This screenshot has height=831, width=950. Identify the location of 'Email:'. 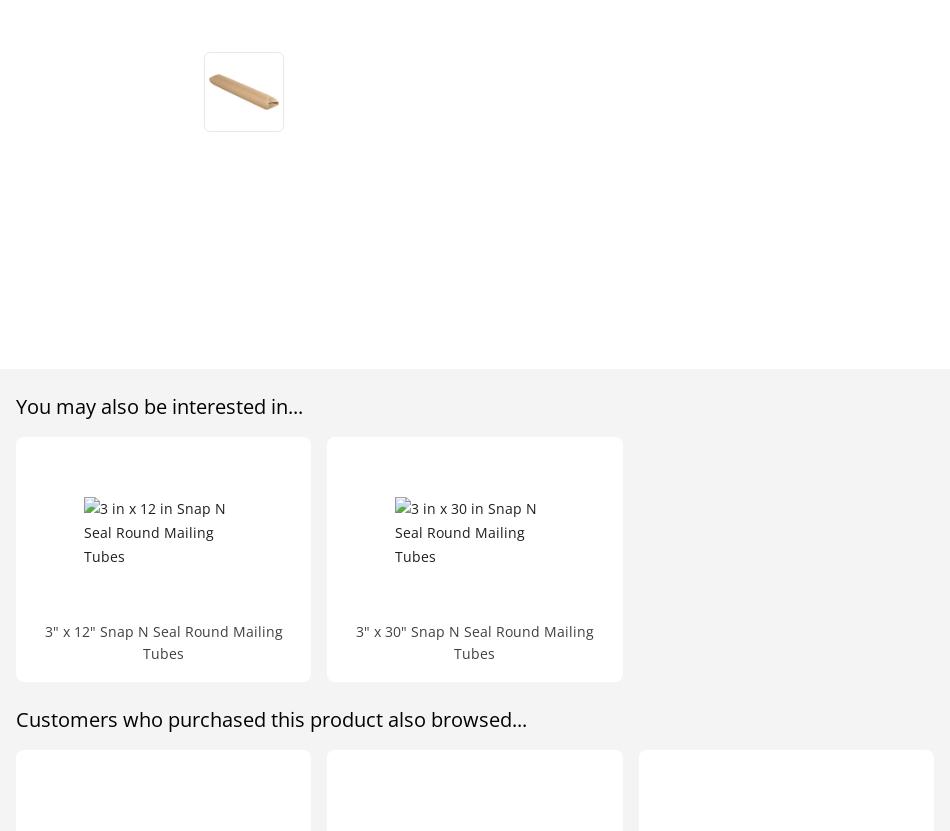
(46, 163).